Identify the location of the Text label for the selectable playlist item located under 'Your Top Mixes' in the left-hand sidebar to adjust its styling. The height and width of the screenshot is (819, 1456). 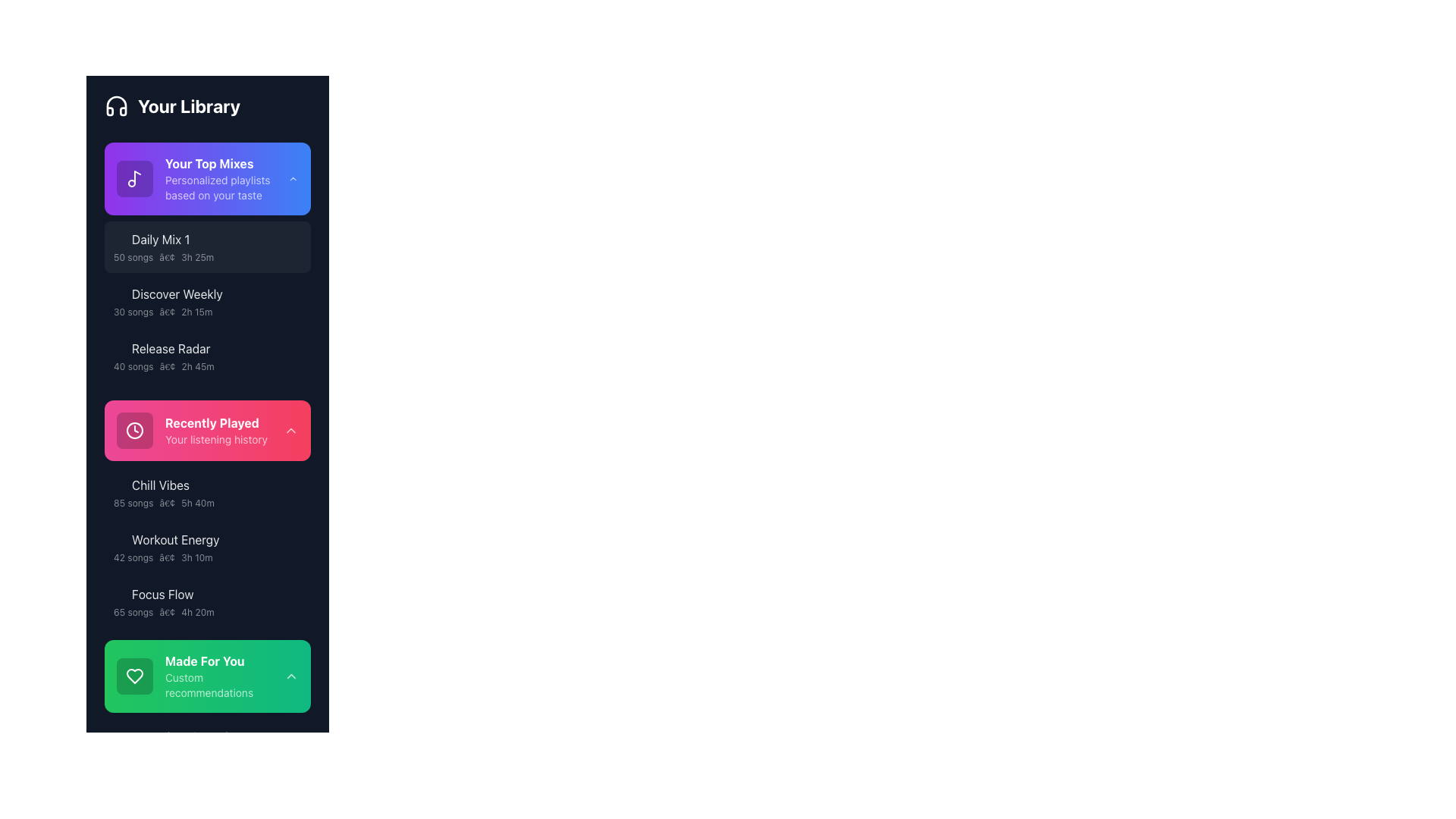
(161, 239).